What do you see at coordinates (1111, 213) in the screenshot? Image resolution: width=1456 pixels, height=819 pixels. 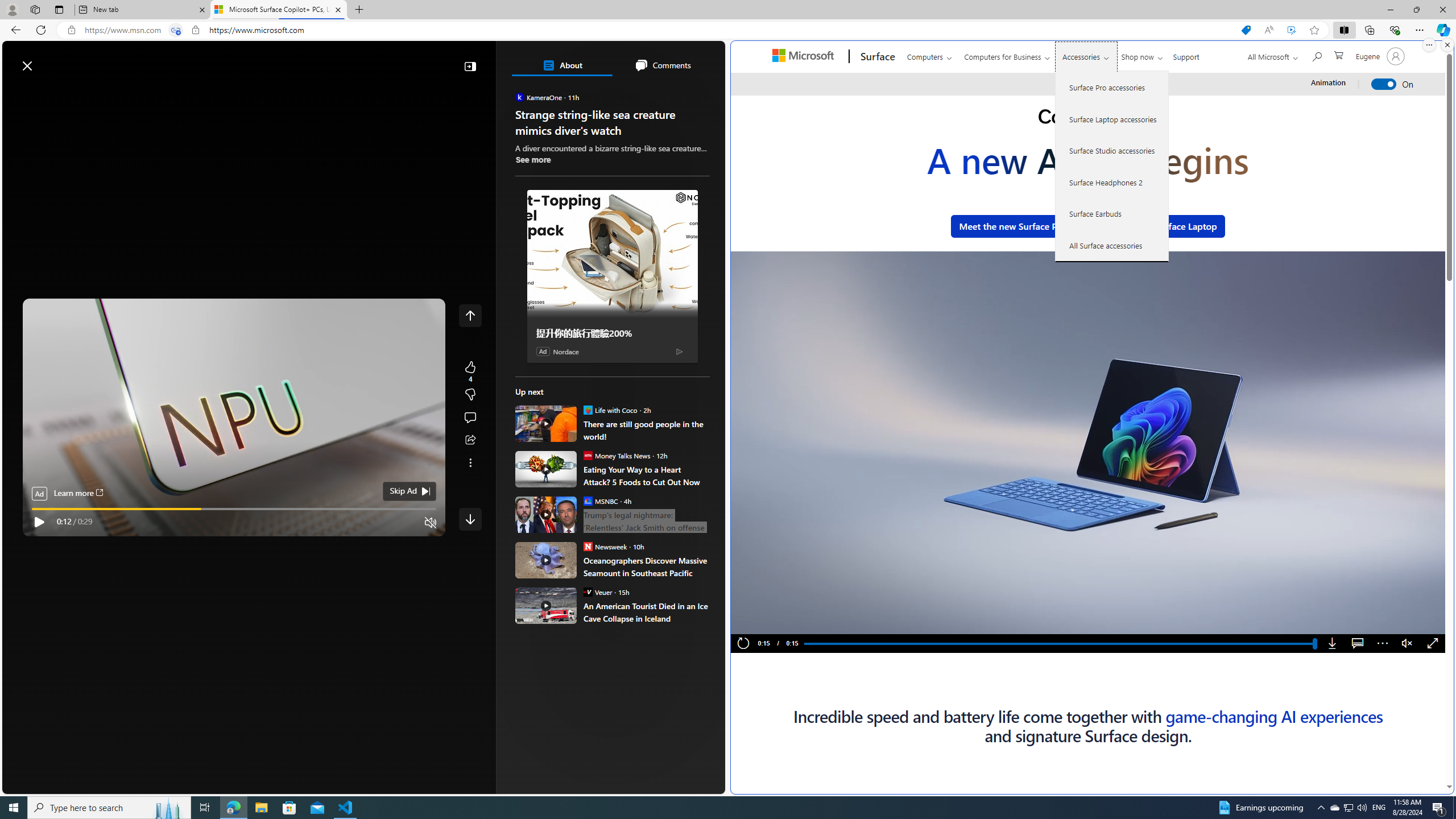 I see `'Surface Earbuds'` at bounding box center [1111, 213].